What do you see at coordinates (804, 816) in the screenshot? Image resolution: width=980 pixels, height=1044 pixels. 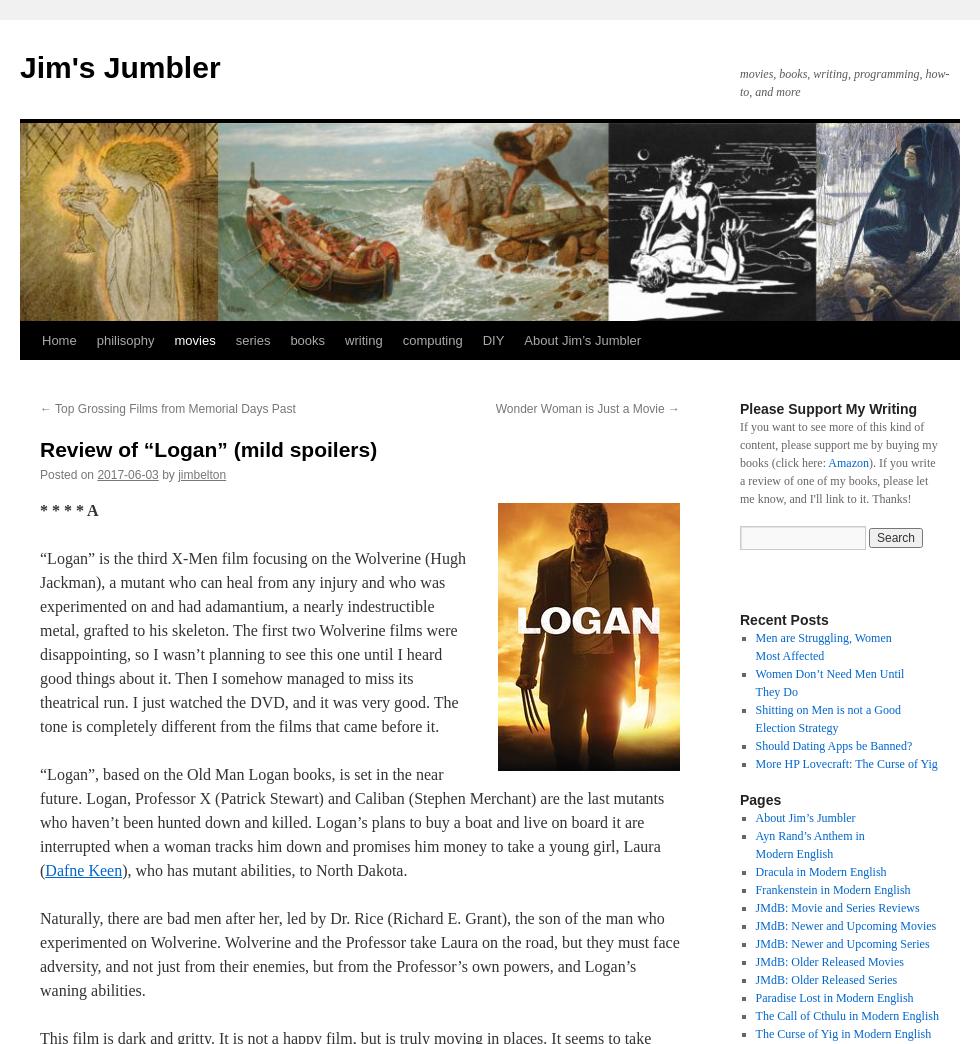 I see `'About Jim’s Jumbler'` at bounding box center [804, 816].